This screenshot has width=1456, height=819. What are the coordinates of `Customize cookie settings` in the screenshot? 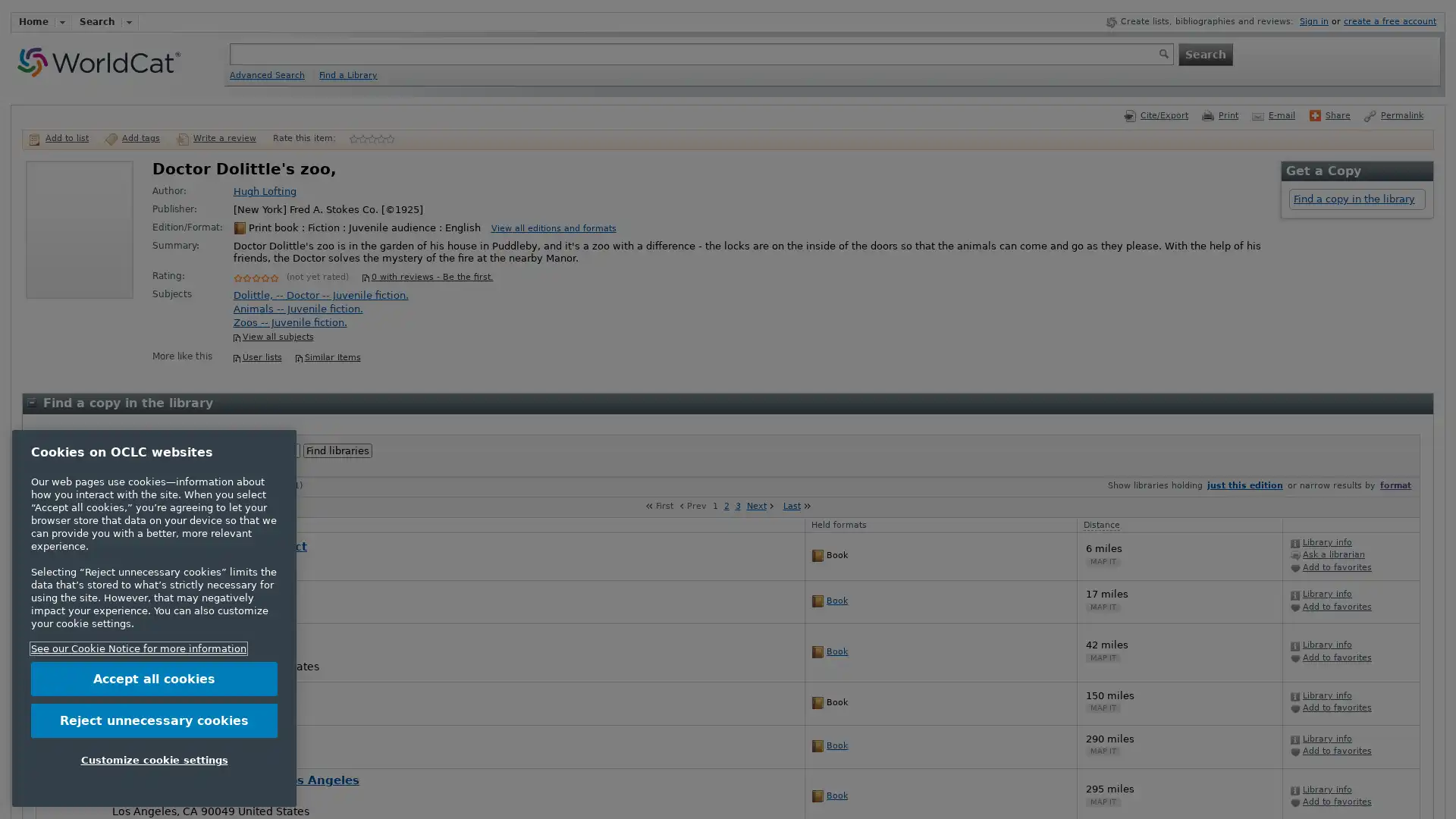 It's located at (154, 760).